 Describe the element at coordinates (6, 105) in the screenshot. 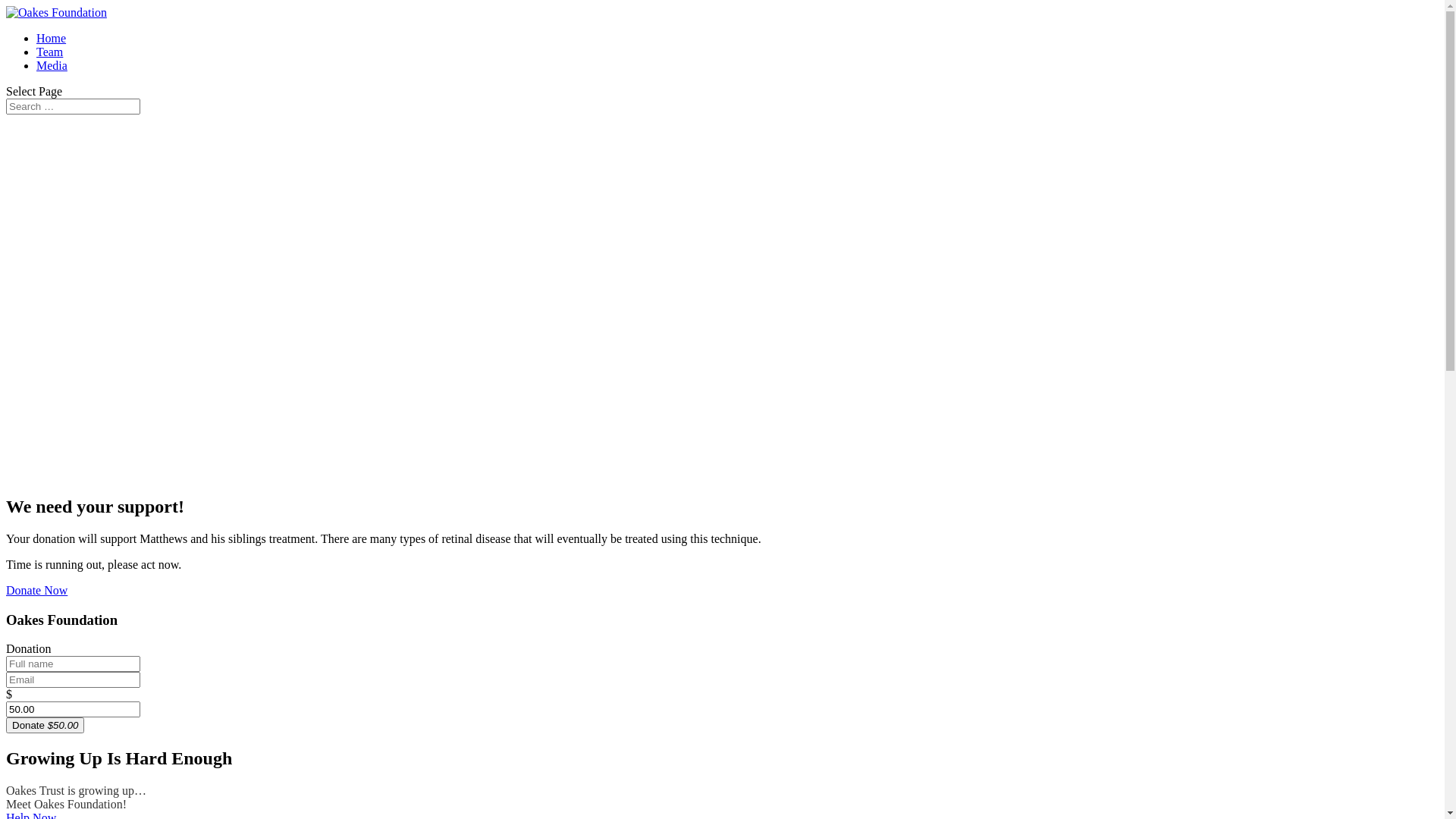

I see `'Search for:'` at that location.